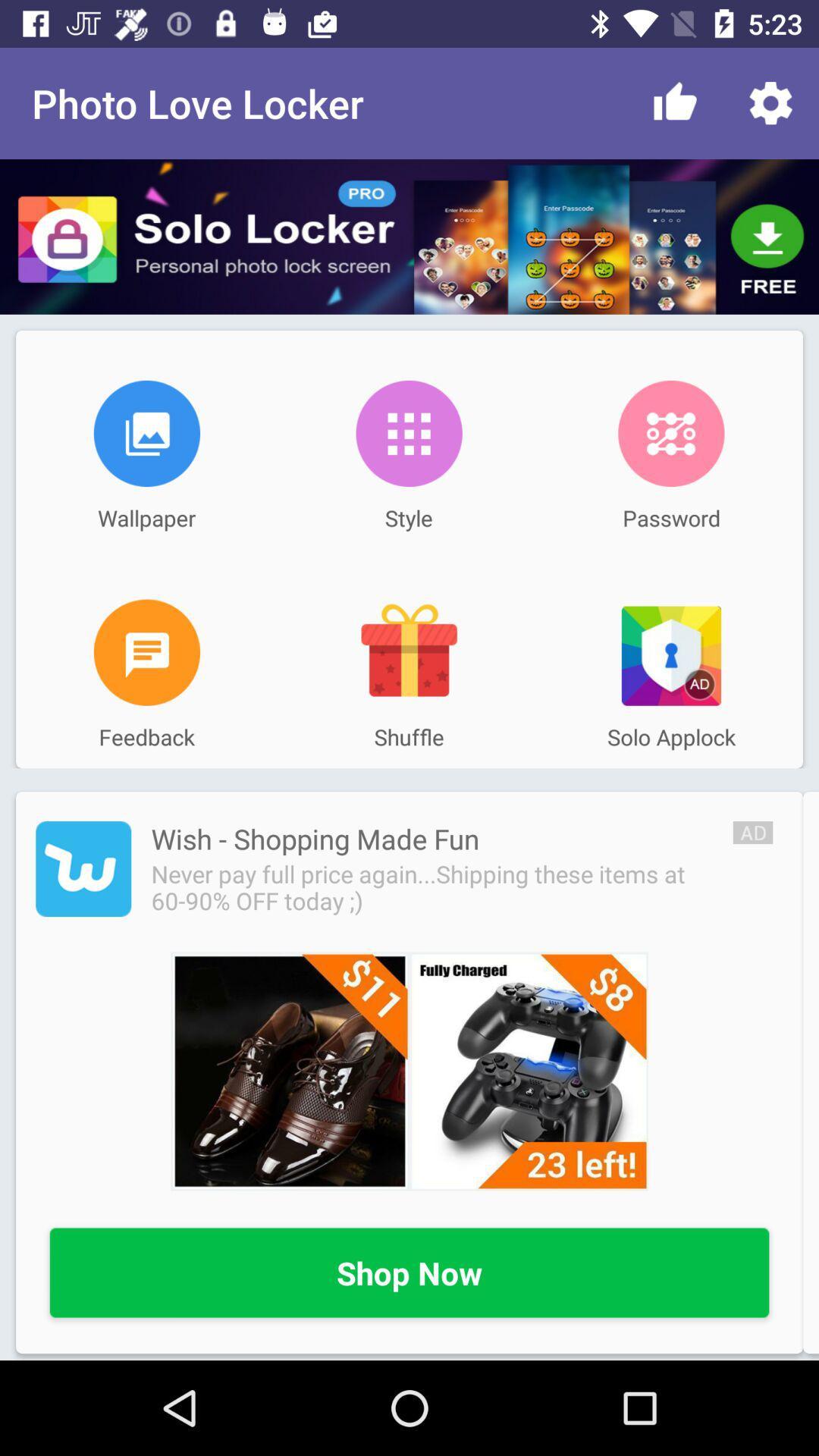 The height and width of the screenshot is (1456, 819). What do you see at coordinates (146, 432) in the screenshot?
I see `change wallpaper` at bounding box center [146, 432].